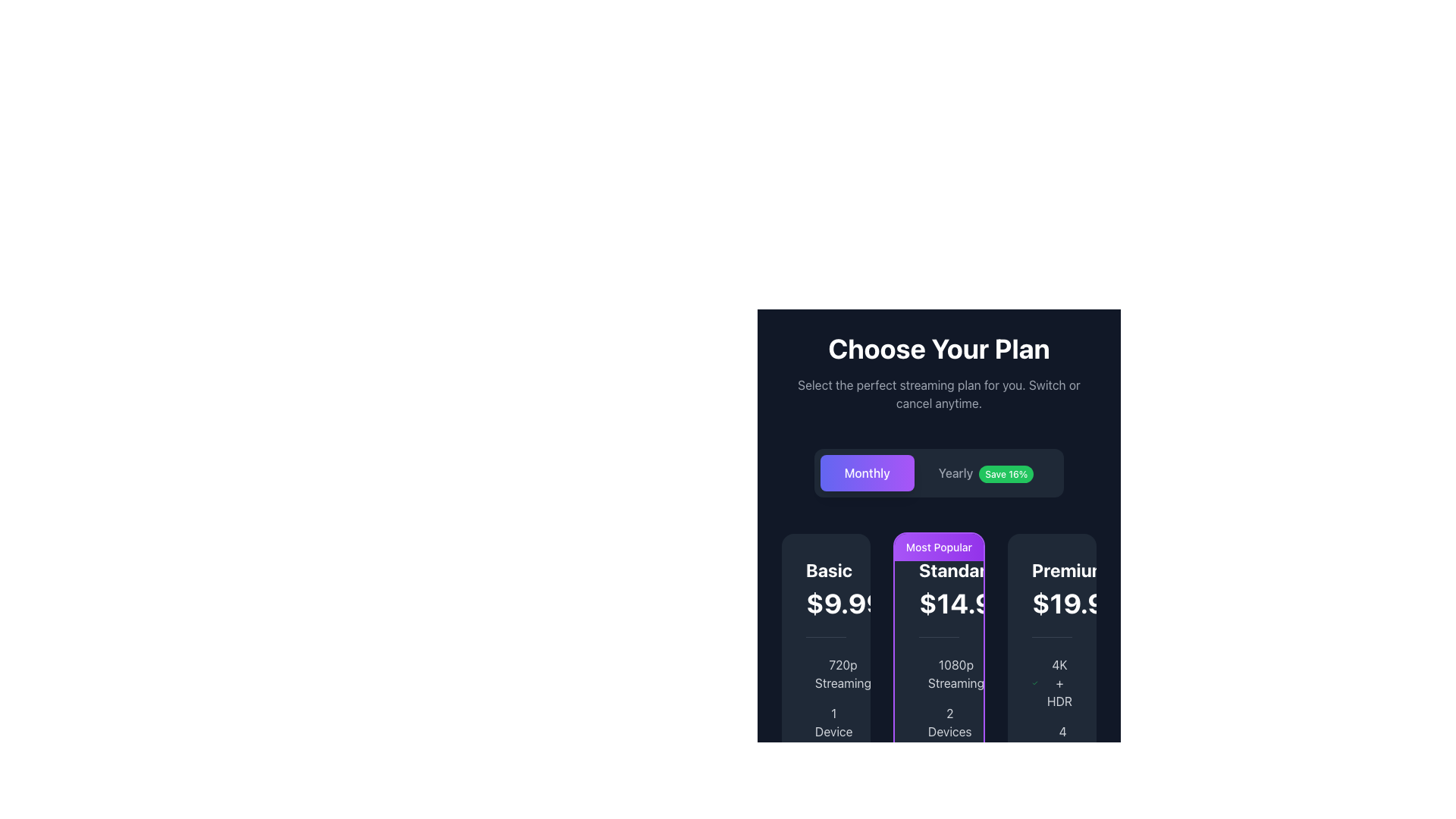 Image resolution: width=1456 pixels, height=819 pixels. What do you see at coordinates (938, 721) in the screenshot?
I see `text label that describes the feature of the 'Standard' plan, which indicates the user can use the service on two devices simultaneously, located under the '1080p Streaming' label in the pricing plan card` at bounding box center [938, 721].